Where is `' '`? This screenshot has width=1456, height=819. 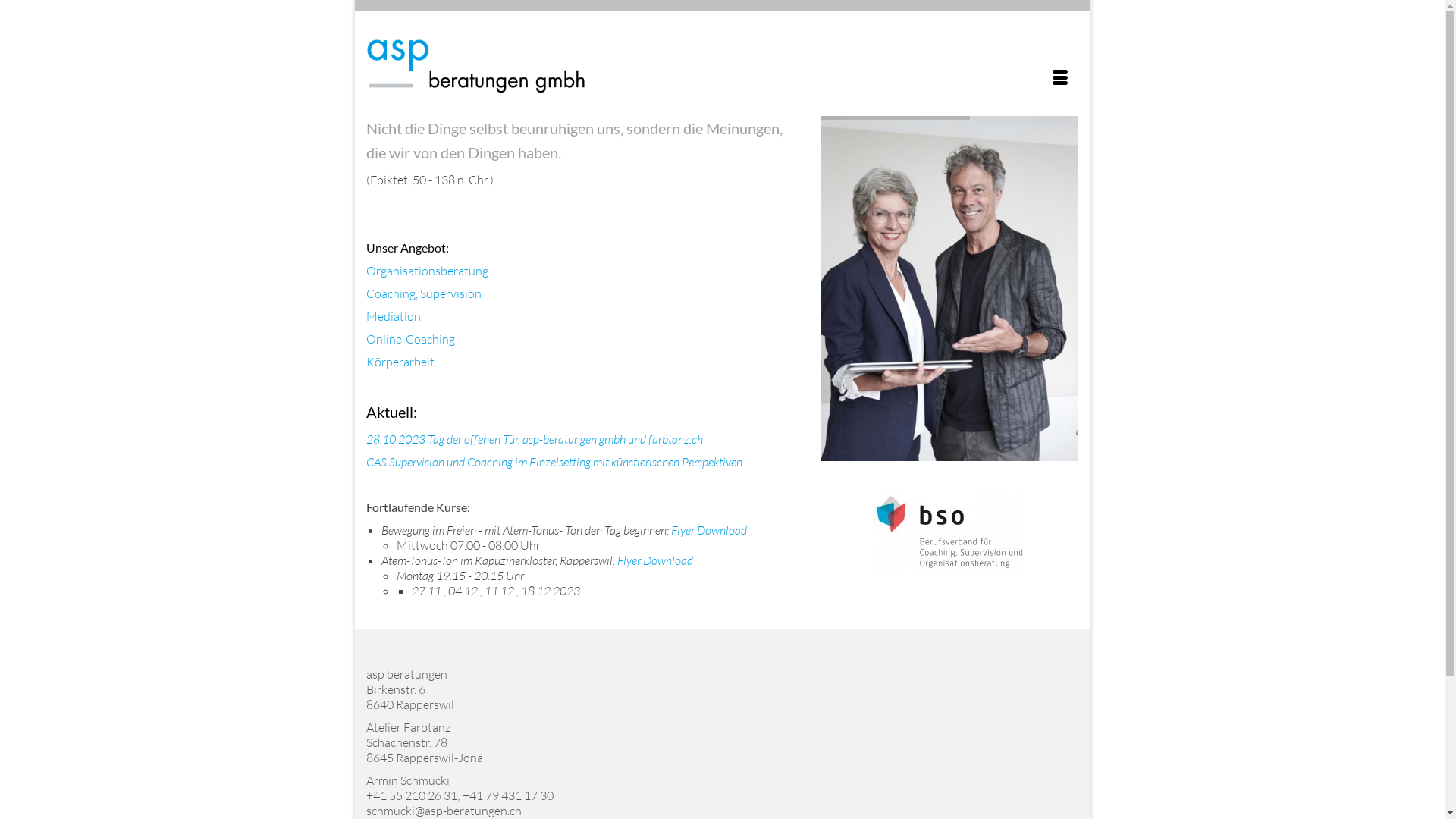
' ' is located at coordinates (694, 560).